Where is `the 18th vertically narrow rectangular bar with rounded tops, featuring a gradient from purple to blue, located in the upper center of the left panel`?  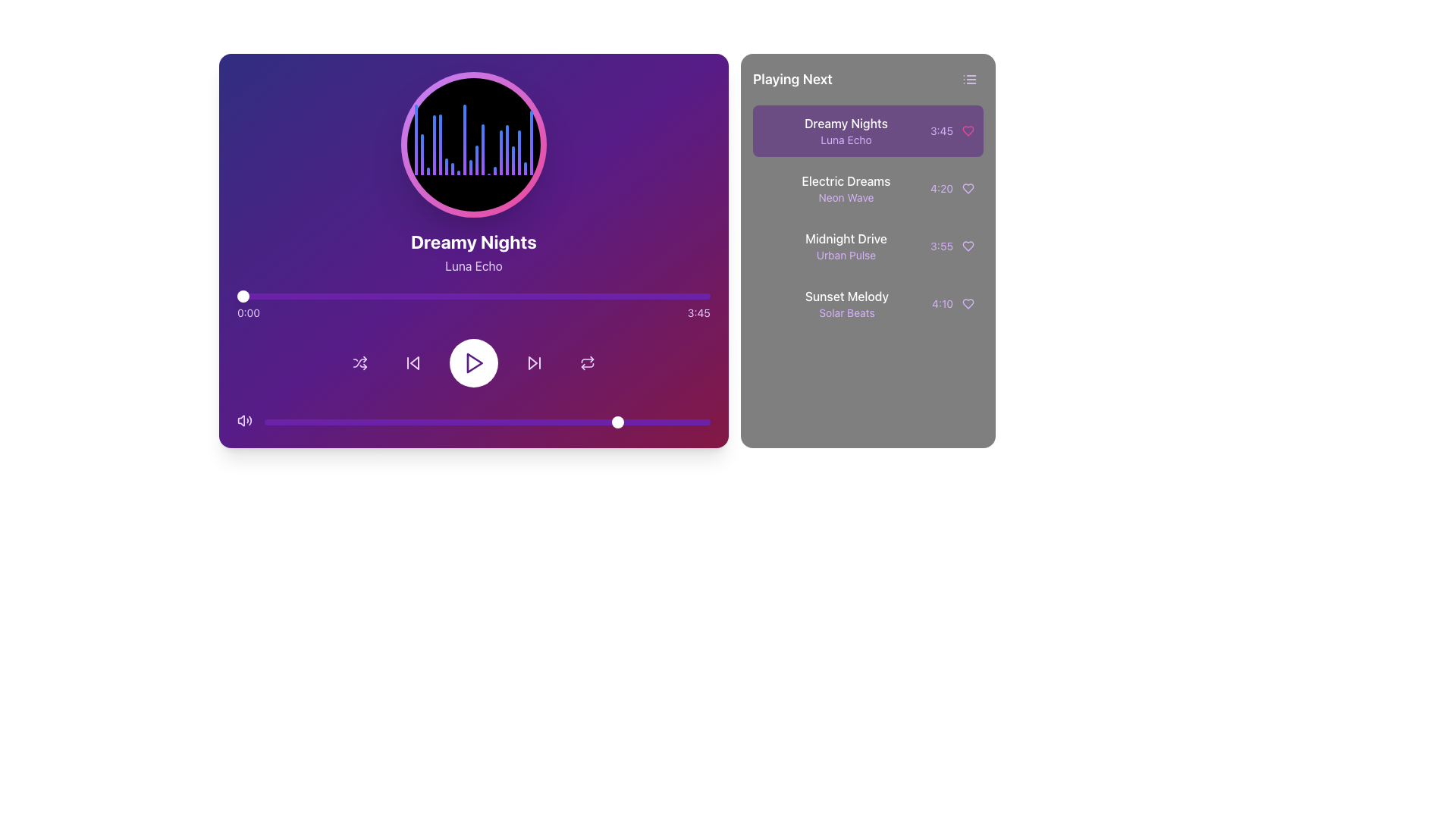 the 18th vertically narrow rectangular bar with rounded tops, featuring a gradient from purple to blue, located in the upper center of the left panel is located at coordinates (525, 168).